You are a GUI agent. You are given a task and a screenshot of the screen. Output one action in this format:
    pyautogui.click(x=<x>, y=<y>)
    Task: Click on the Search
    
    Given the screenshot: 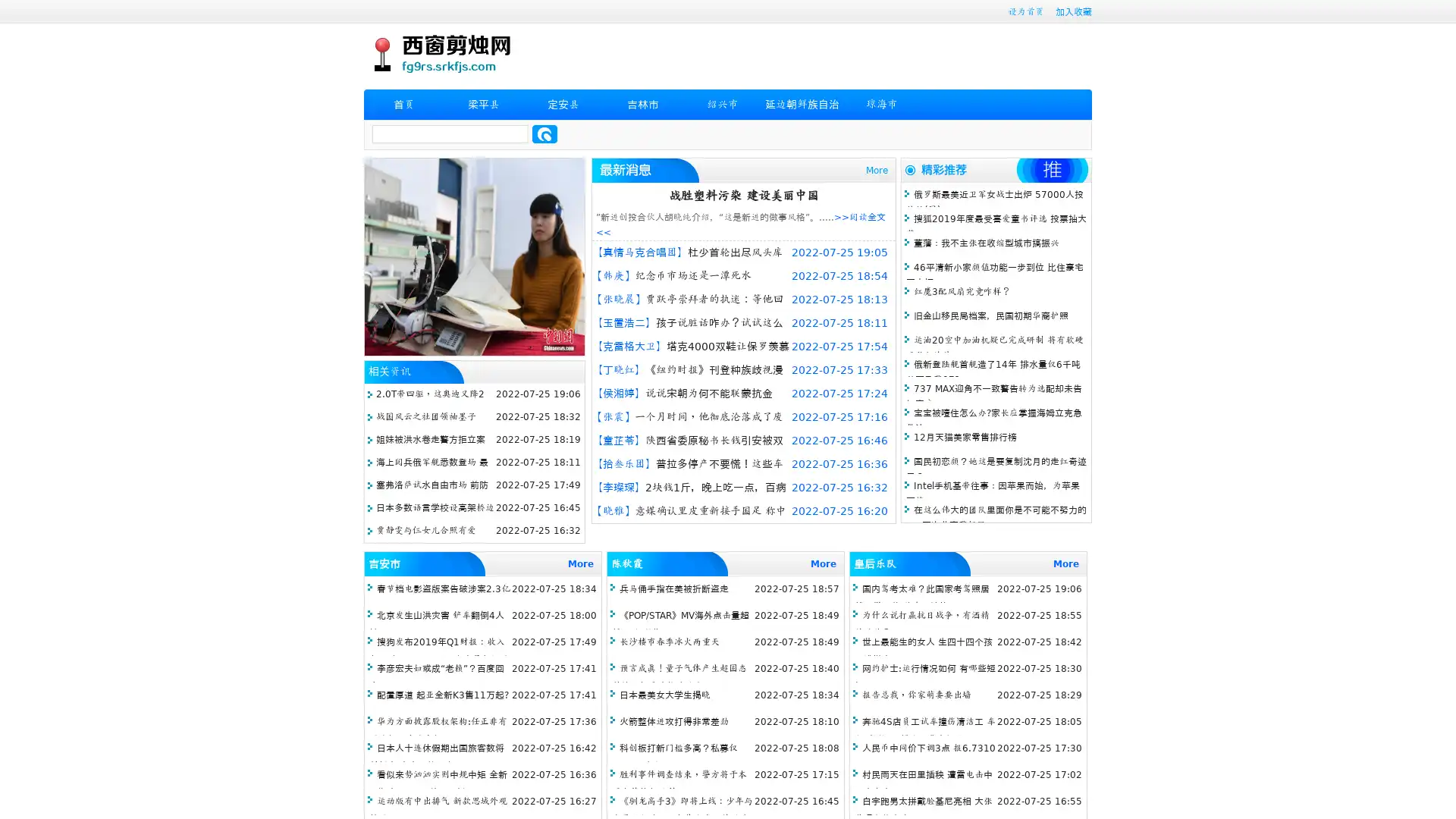 What is the action you would take?
    pyautogui.click(x=544, y=133)
    